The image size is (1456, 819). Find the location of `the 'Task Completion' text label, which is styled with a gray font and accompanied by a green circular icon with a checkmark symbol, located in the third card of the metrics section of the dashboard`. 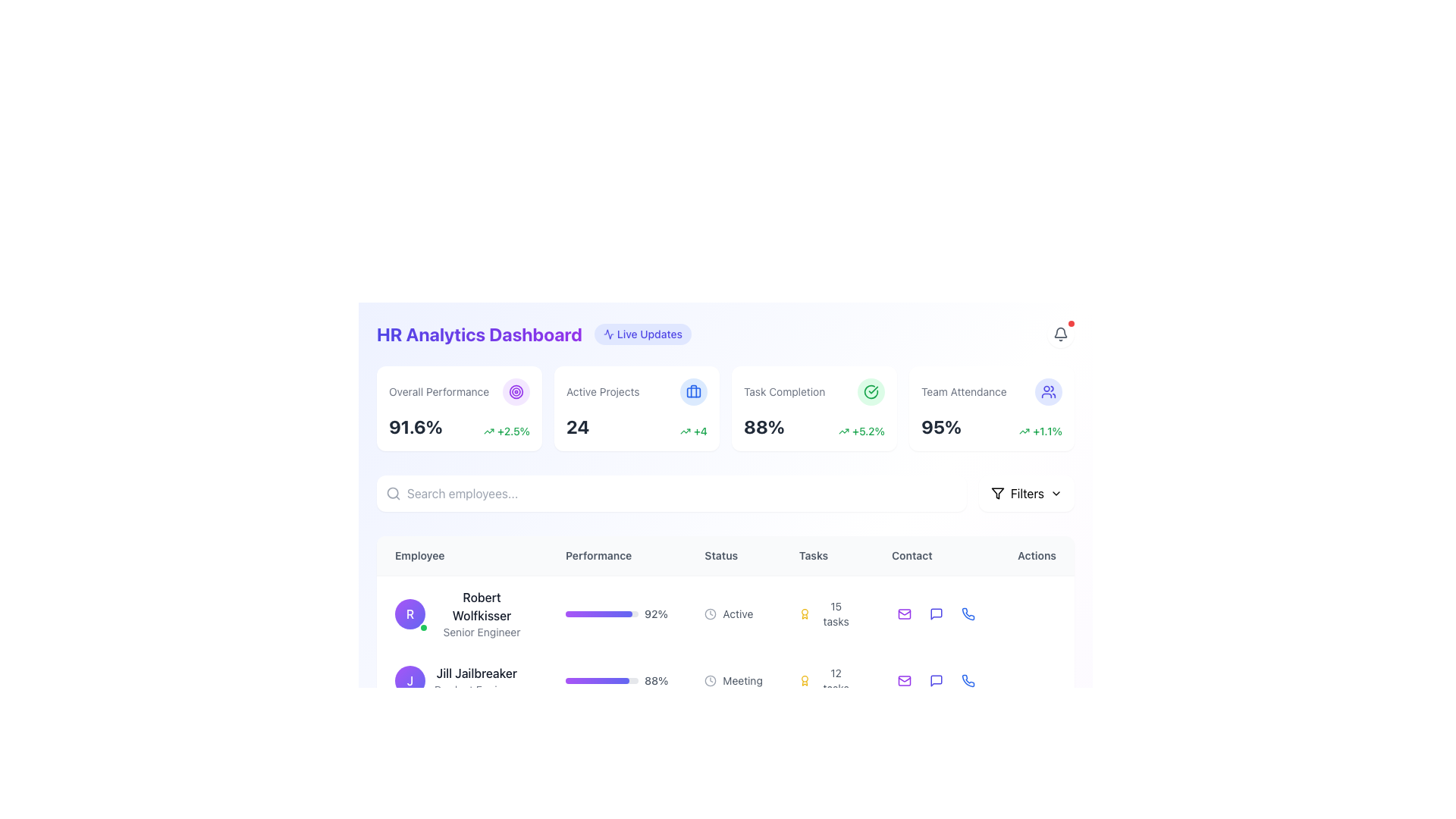

the 'Task Completion' text label, which is styled with a gray font and accompanied by a green circular icon with a checkmark symbol, located in the third card of the metrics section of the dashboard is located at coordinates (814, 391).